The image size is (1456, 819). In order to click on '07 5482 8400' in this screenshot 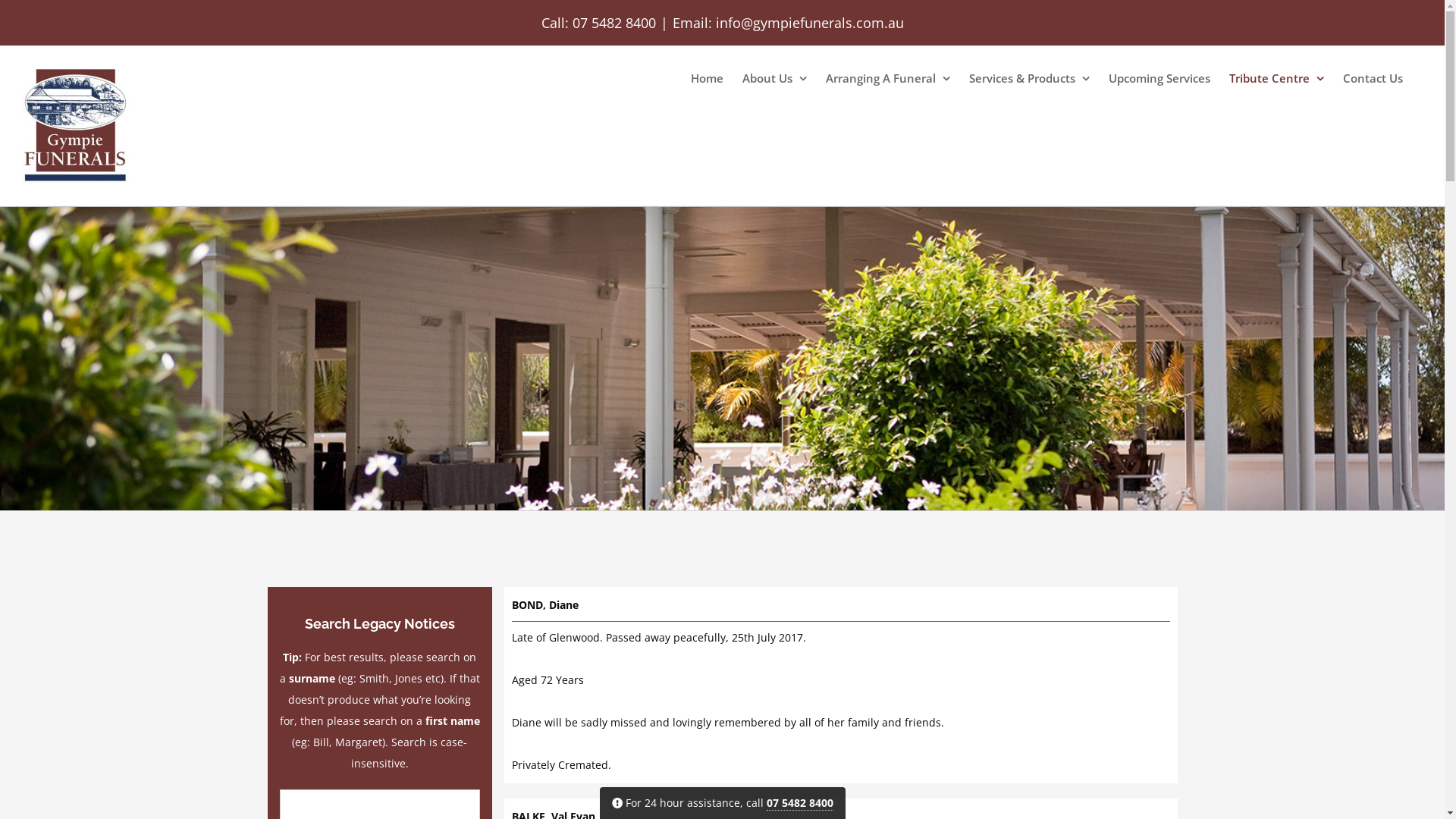, I will do `click(799, 802)`.